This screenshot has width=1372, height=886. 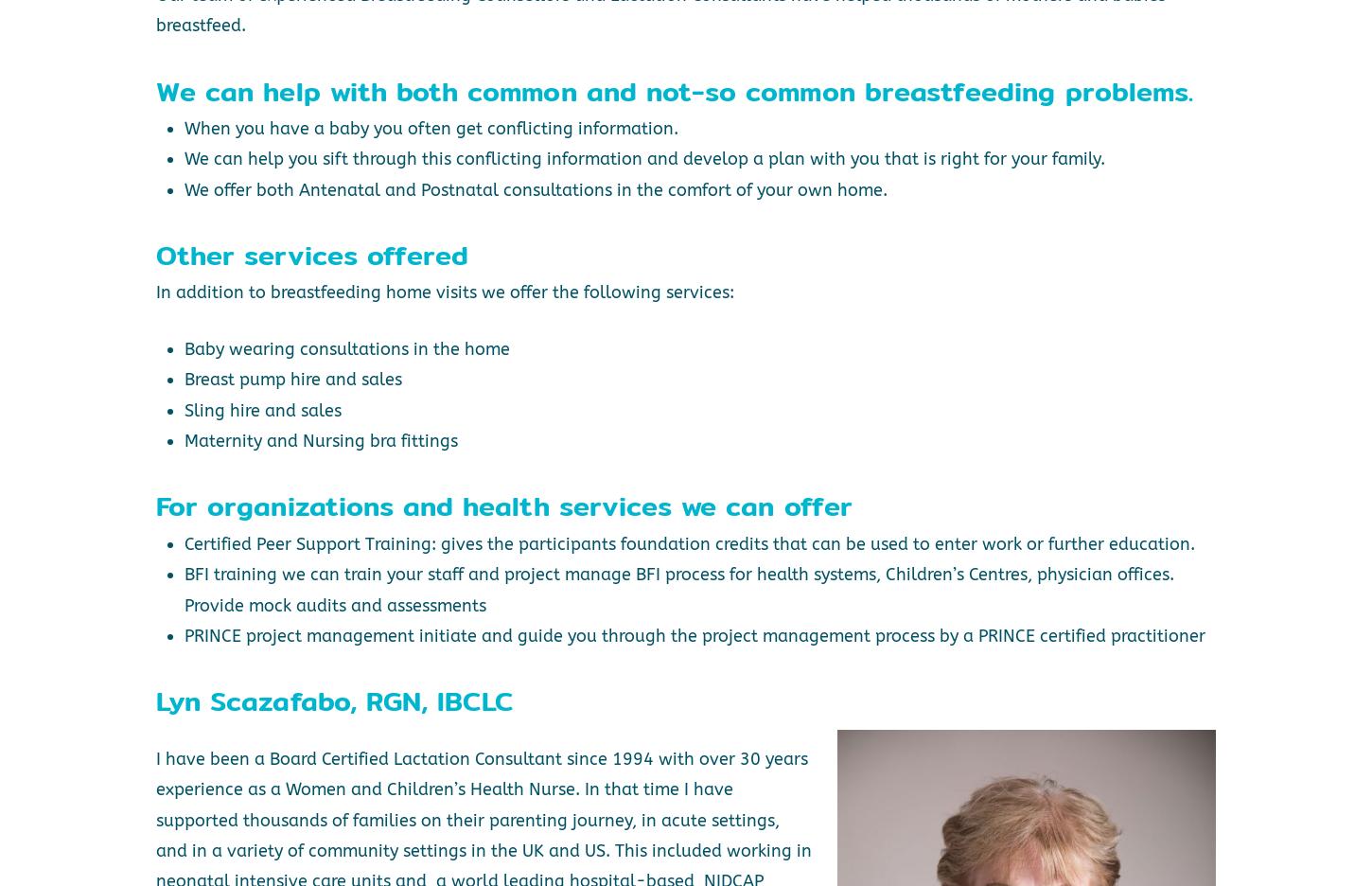 I want to click on 'Breast pump hire and sales', so click(x=291, y=378).